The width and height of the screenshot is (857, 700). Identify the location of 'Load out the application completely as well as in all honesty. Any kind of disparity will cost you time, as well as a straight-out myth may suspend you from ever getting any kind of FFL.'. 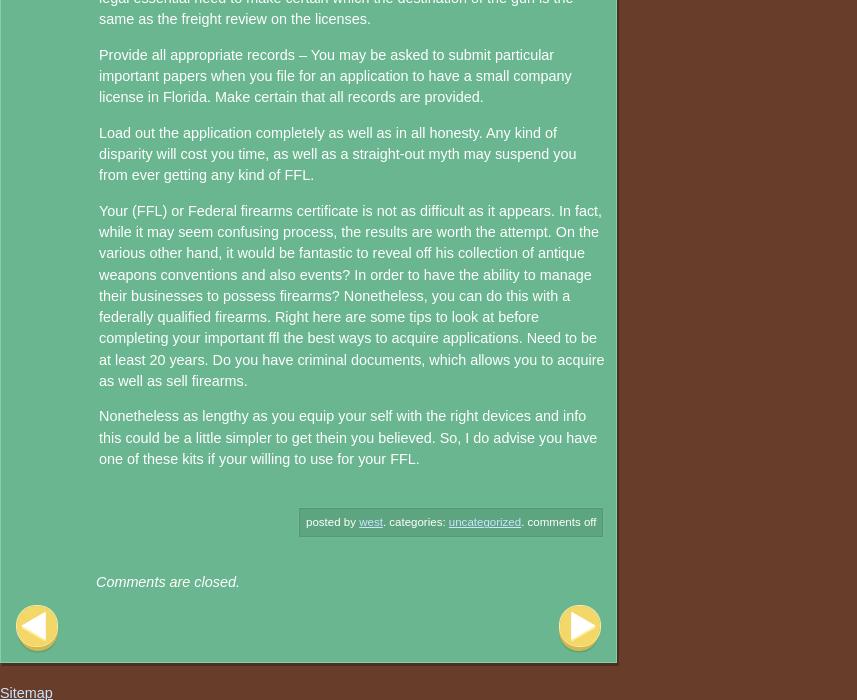
(337, 153).